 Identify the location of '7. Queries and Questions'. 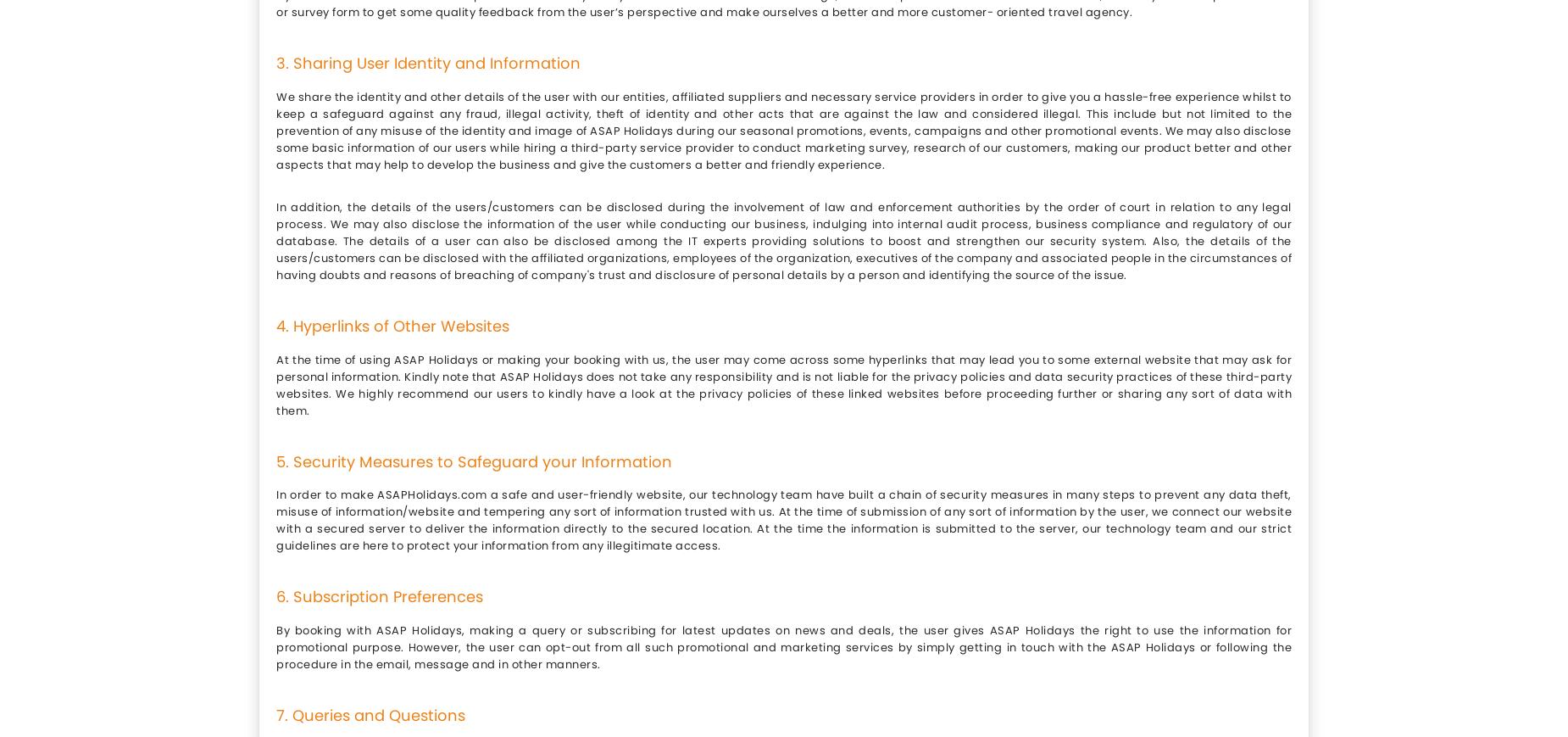
(370, 715).